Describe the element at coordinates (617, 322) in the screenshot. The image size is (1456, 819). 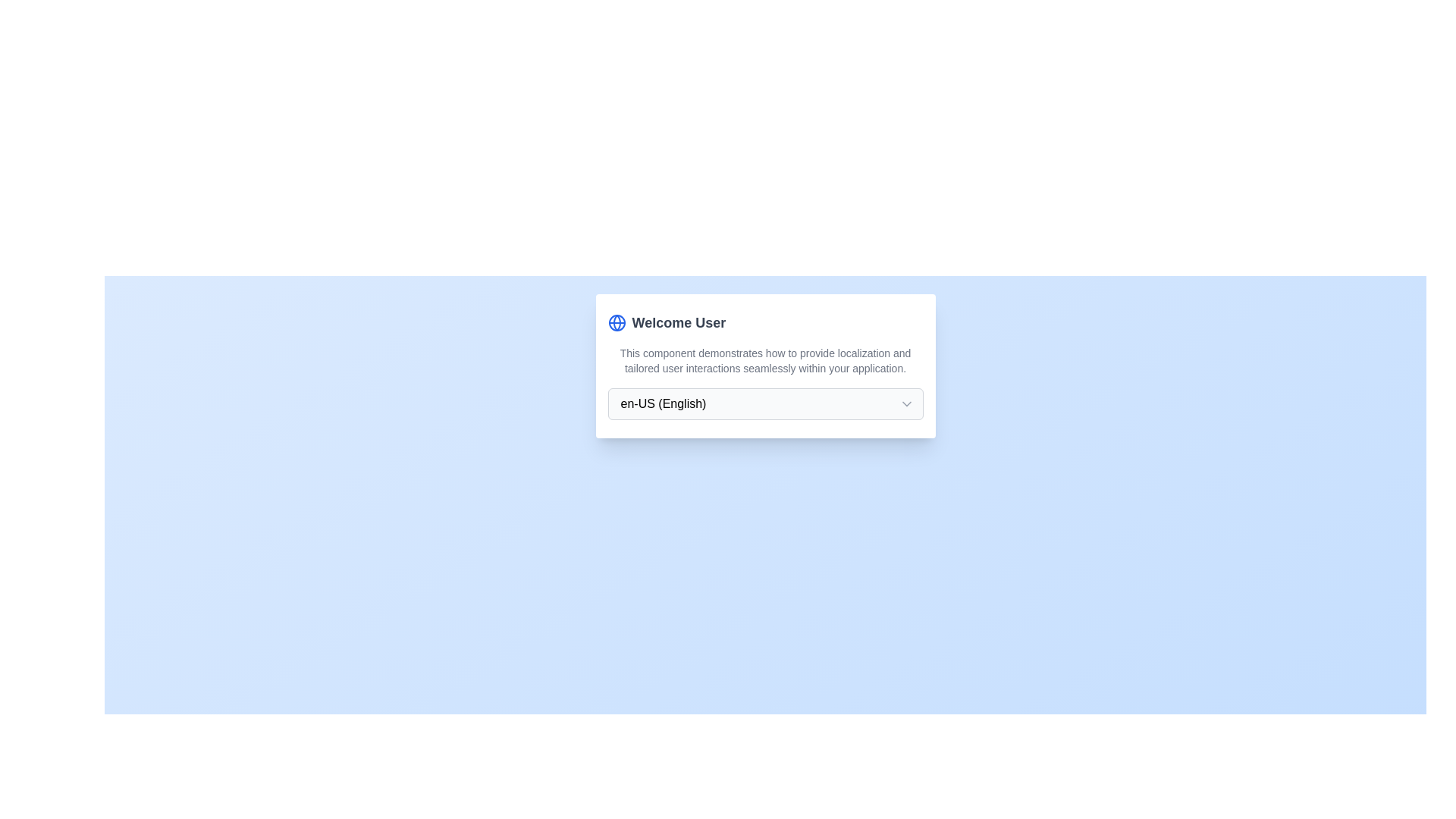
I see `the blue fill SVG Circle that is part of a globe icon located in the top-left corner of the card` at that location.